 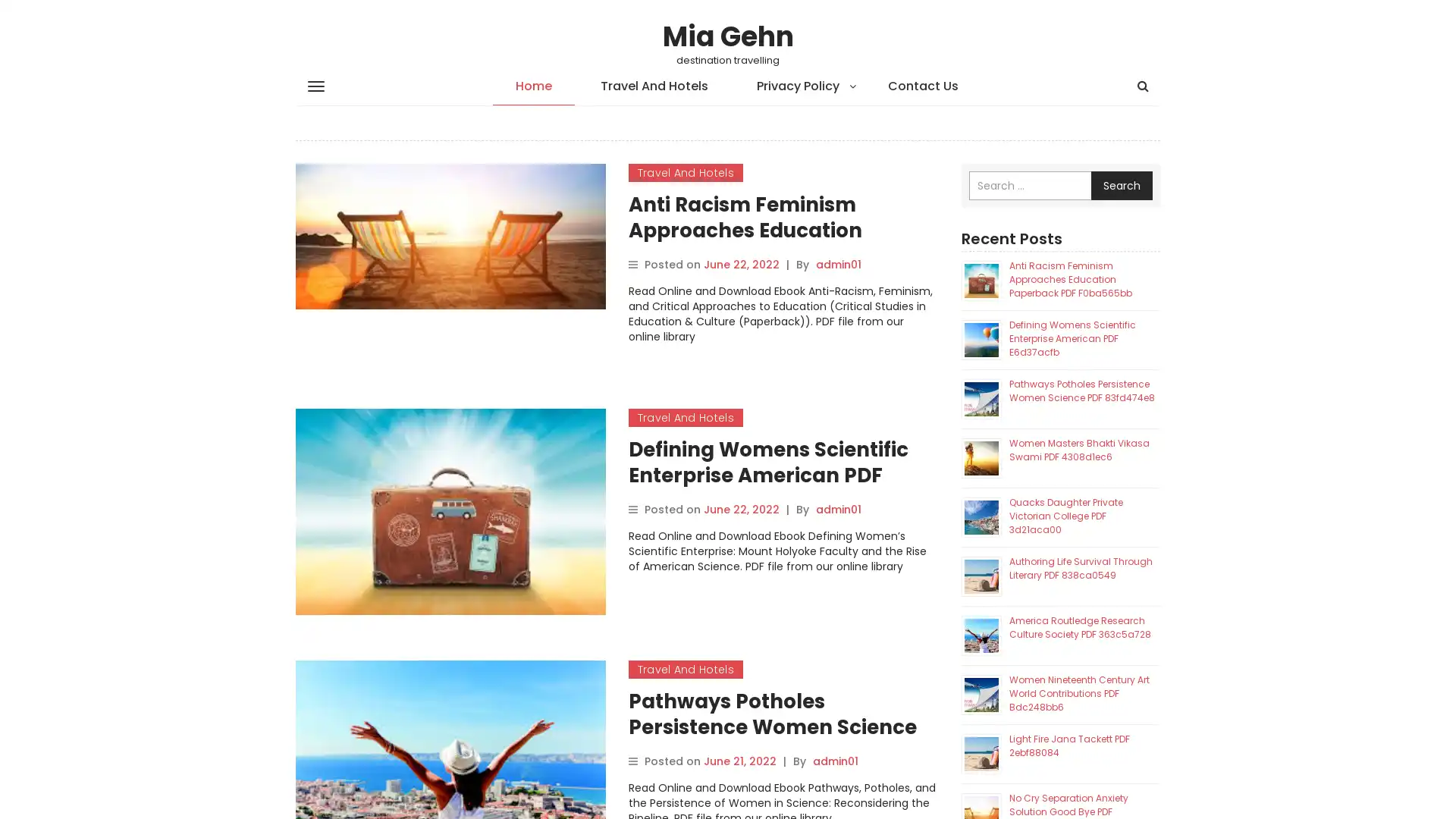 I want to click on Search, so click(x=1122, y=185).